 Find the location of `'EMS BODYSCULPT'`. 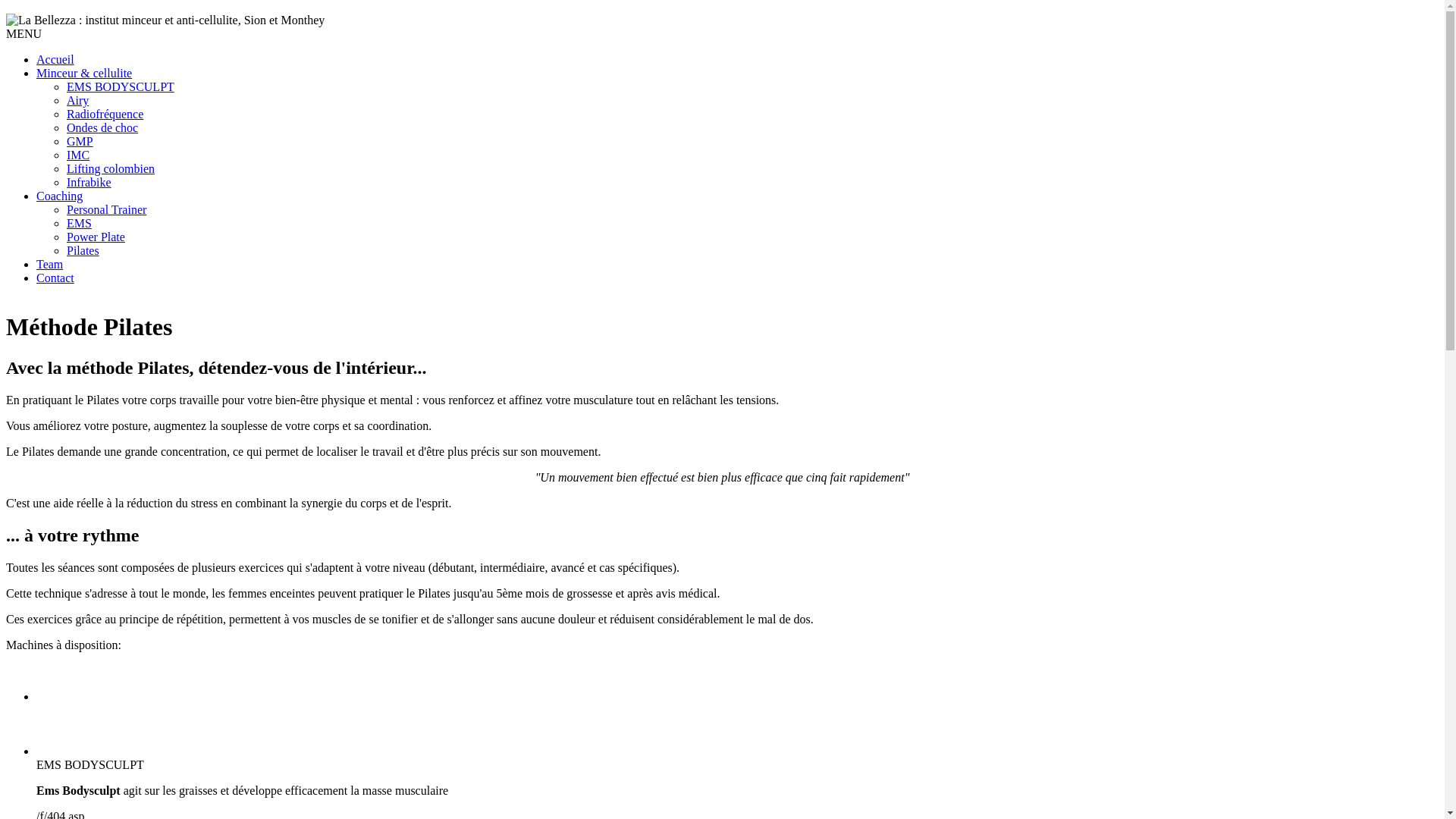

'EMS BODYSCULPT' is located at coordinates (119, 86).